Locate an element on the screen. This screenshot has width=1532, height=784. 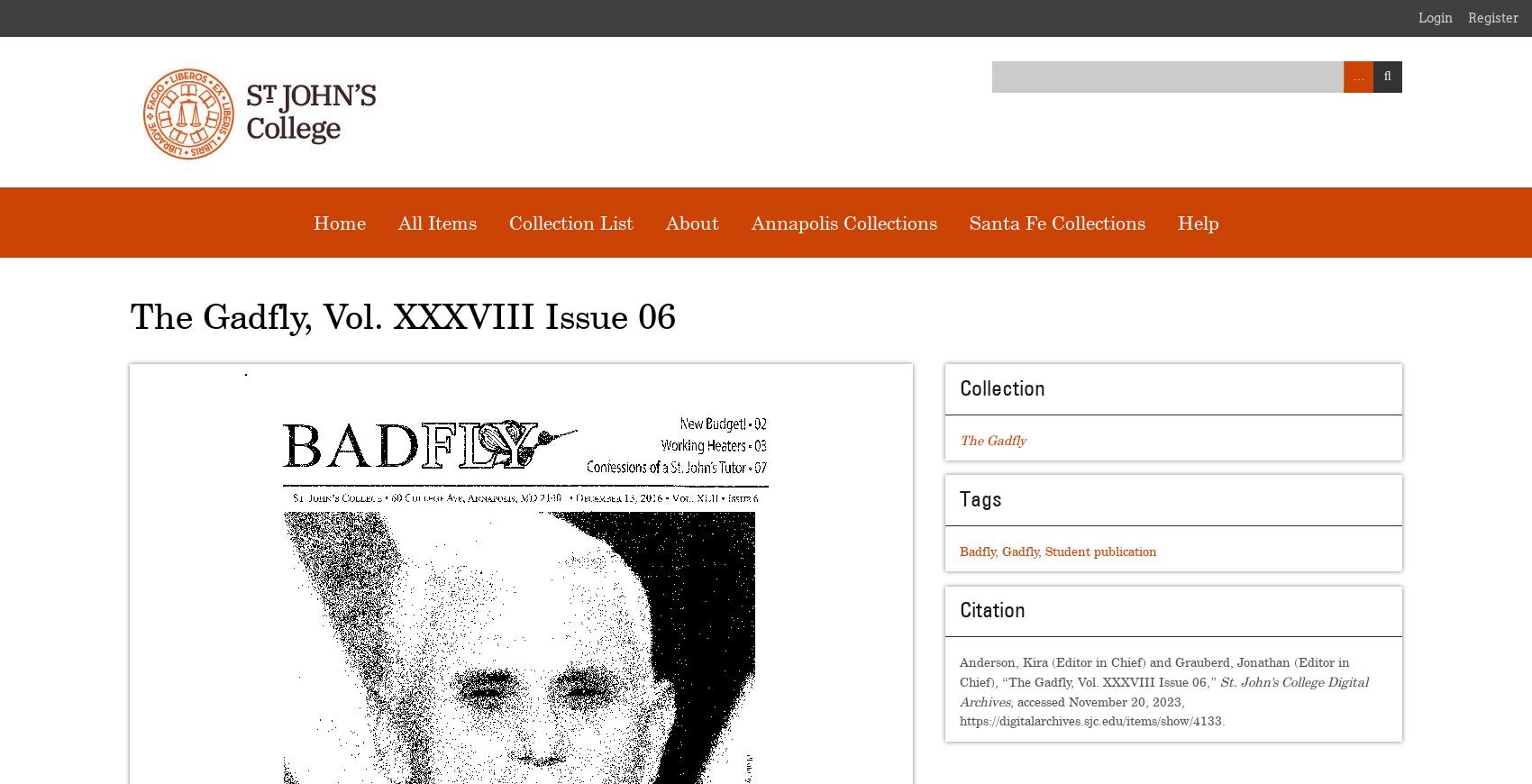
'The Gadfly, Vol. XXXVIII Issue 06' is located at coordinates (402, 315).